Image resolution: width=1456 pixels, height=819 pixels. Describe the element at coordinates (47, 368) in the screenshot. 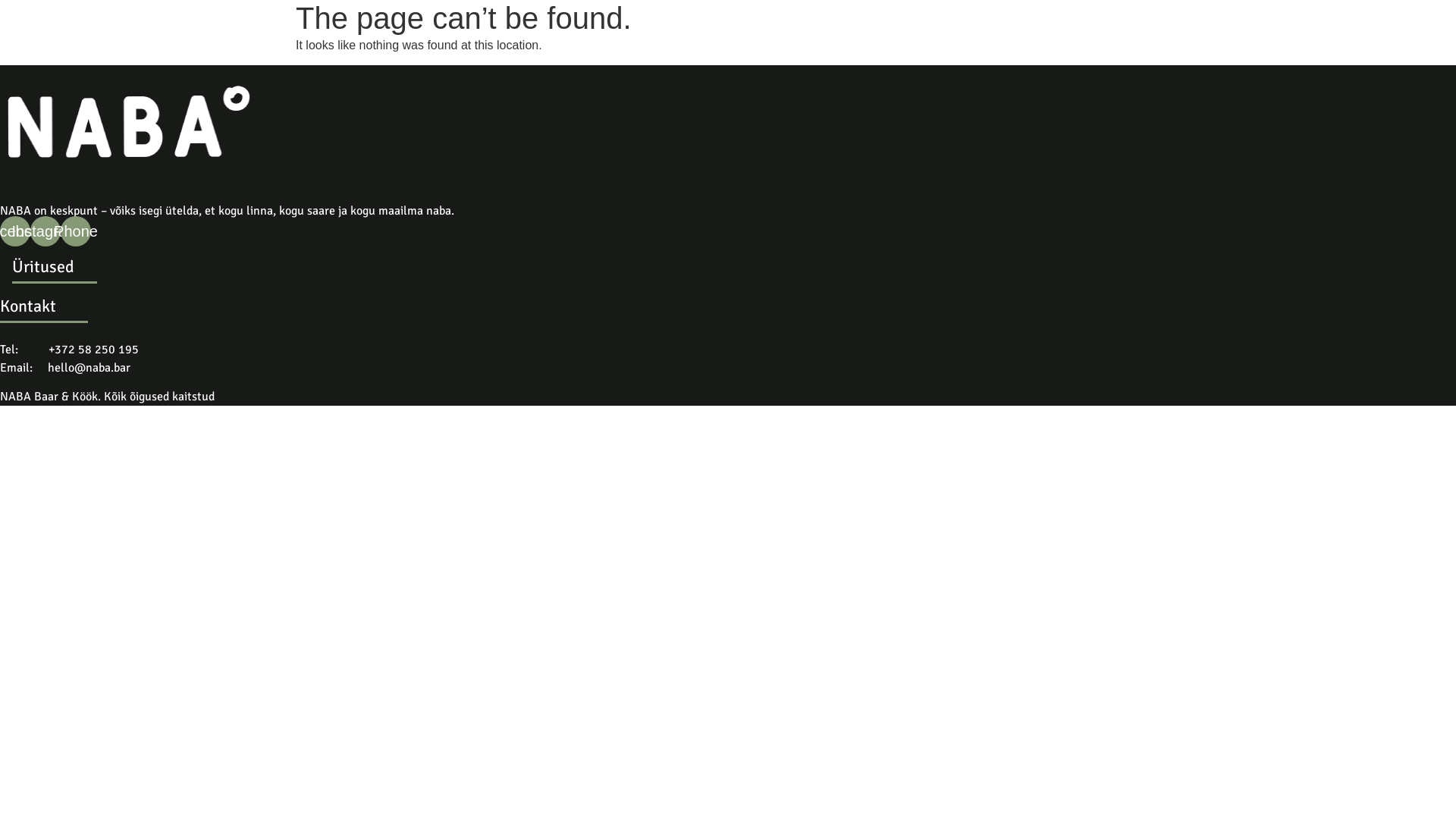

I see `'hello@naba.bar'` at that location.